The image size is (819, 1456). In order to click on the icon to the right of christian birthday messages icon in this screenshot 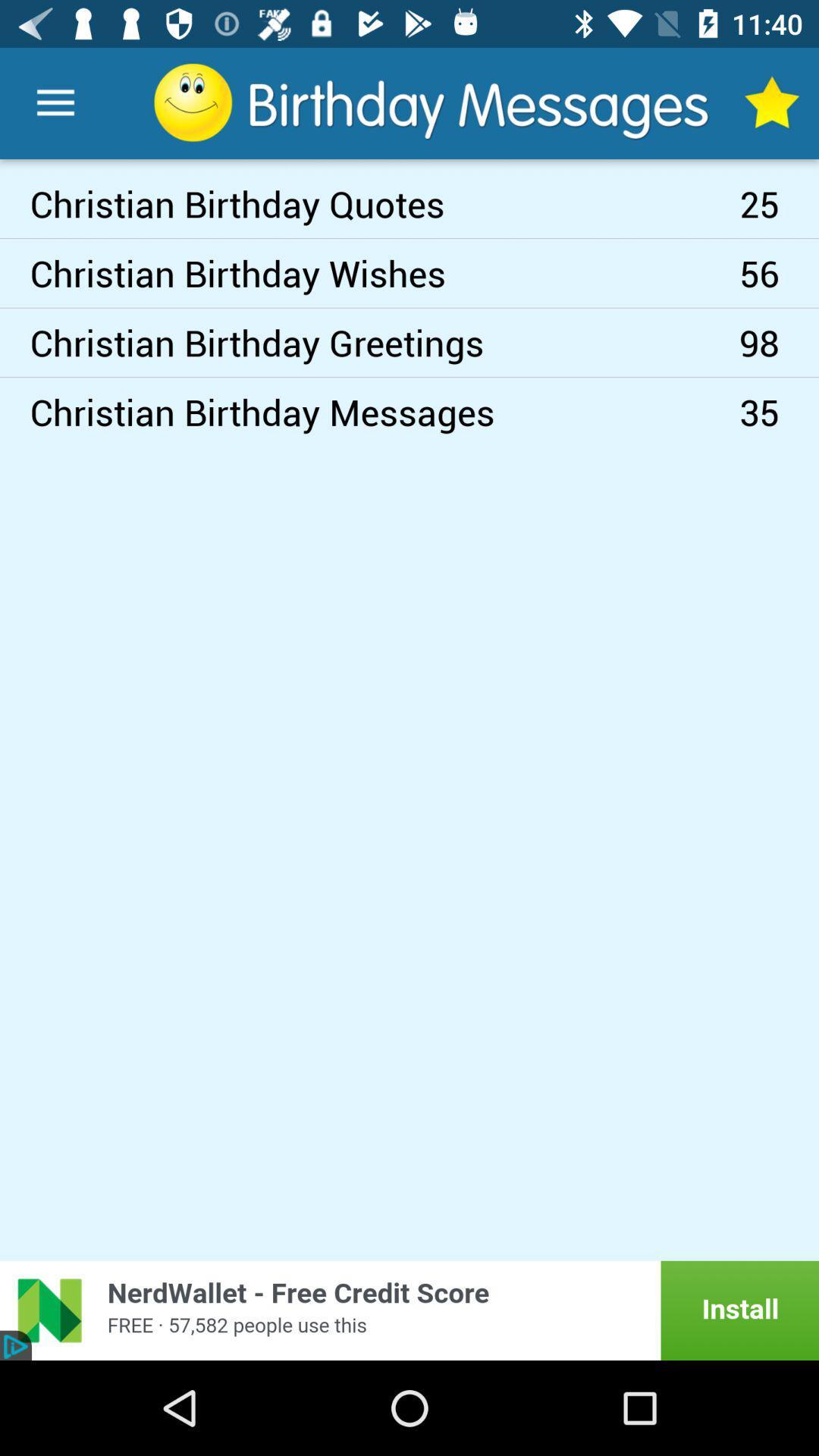, I will do `click(779, 341)`.